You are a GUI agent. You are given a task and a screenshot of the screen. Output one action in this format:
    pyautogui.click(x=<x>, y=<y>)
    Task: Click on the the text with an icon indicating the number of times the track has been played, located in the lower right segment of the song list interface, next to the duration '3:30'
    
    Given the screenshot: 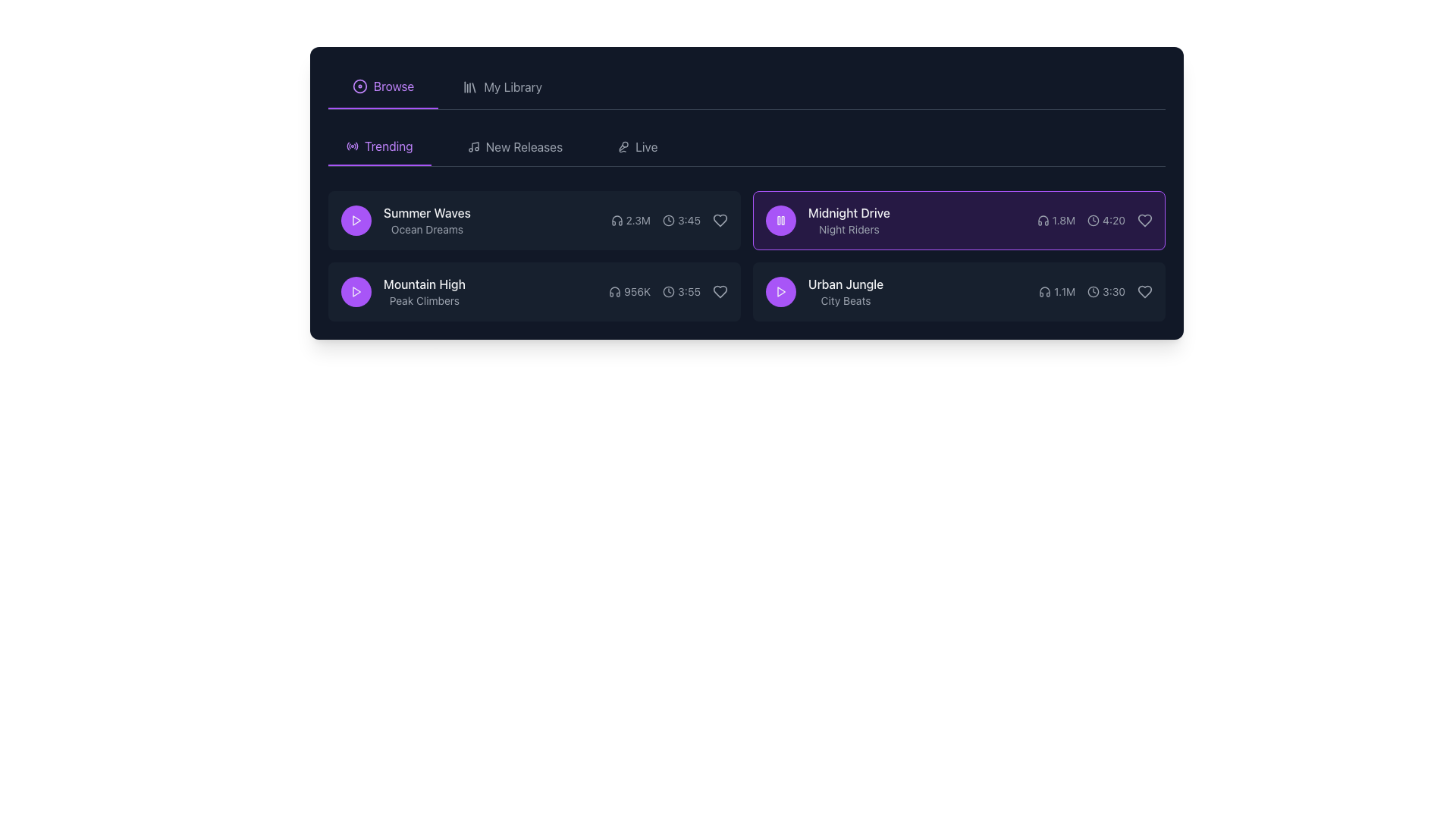 What is the action you would take?
    pyautogui.click(x=1056, y=292)
    